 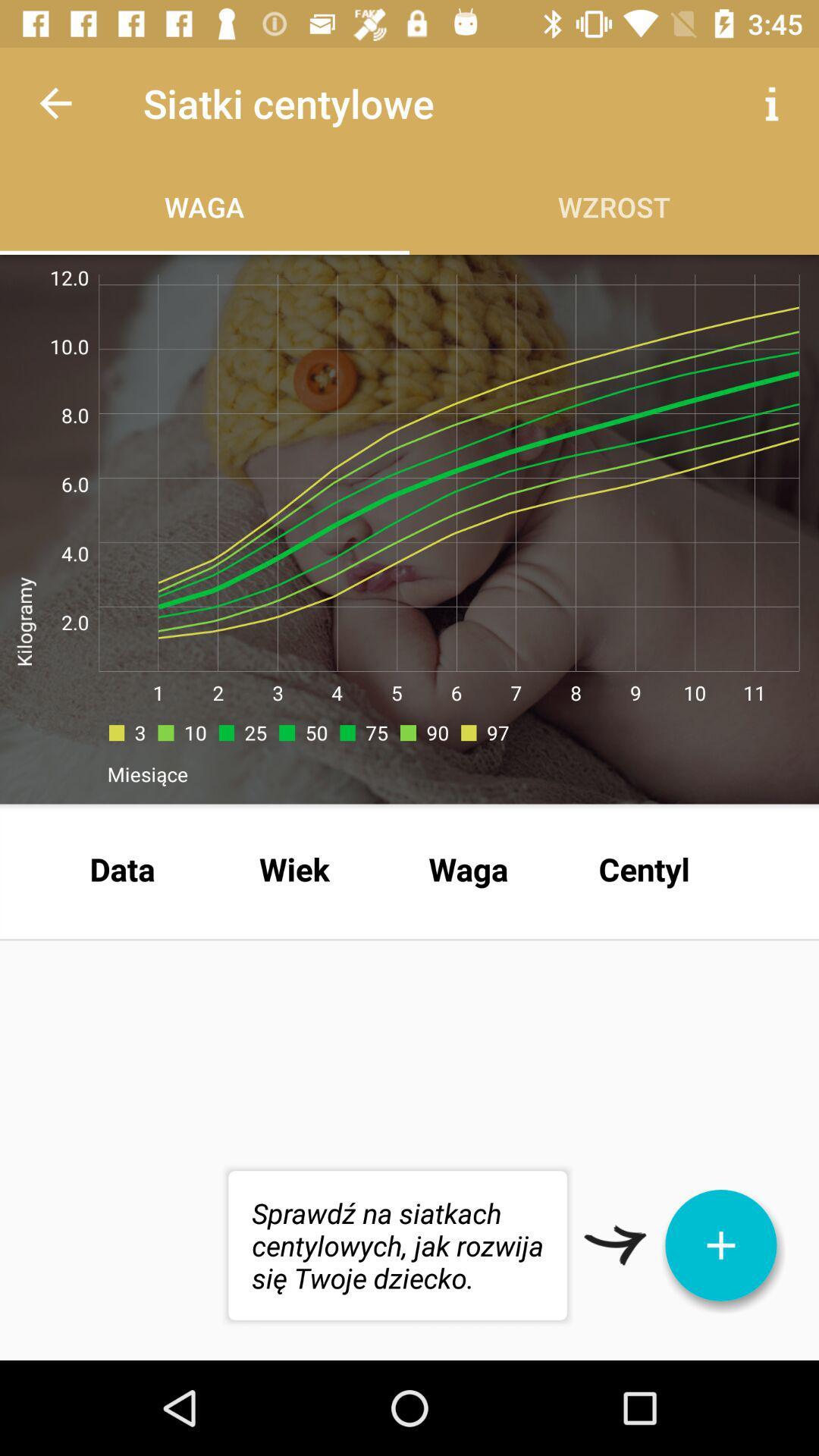 What do you see at coordinates (55, 102) in the screenshot?
I see `the app next to the siatki centylowe` at bounding box center [55, 102].